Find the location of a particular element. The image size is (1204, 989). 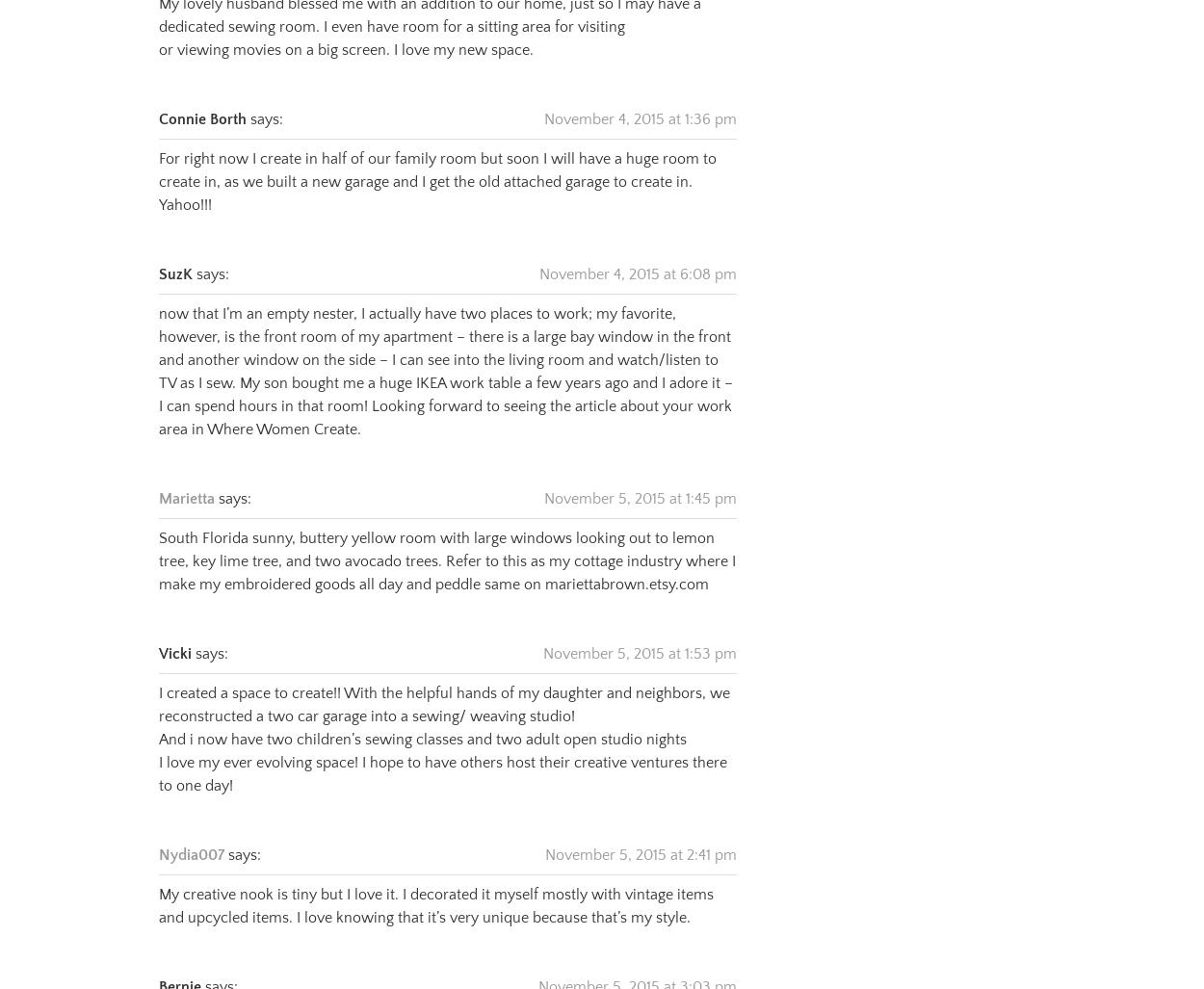

'or viewing movies on a big screen.  I love my new space.' is located at coordinates (345, 26).